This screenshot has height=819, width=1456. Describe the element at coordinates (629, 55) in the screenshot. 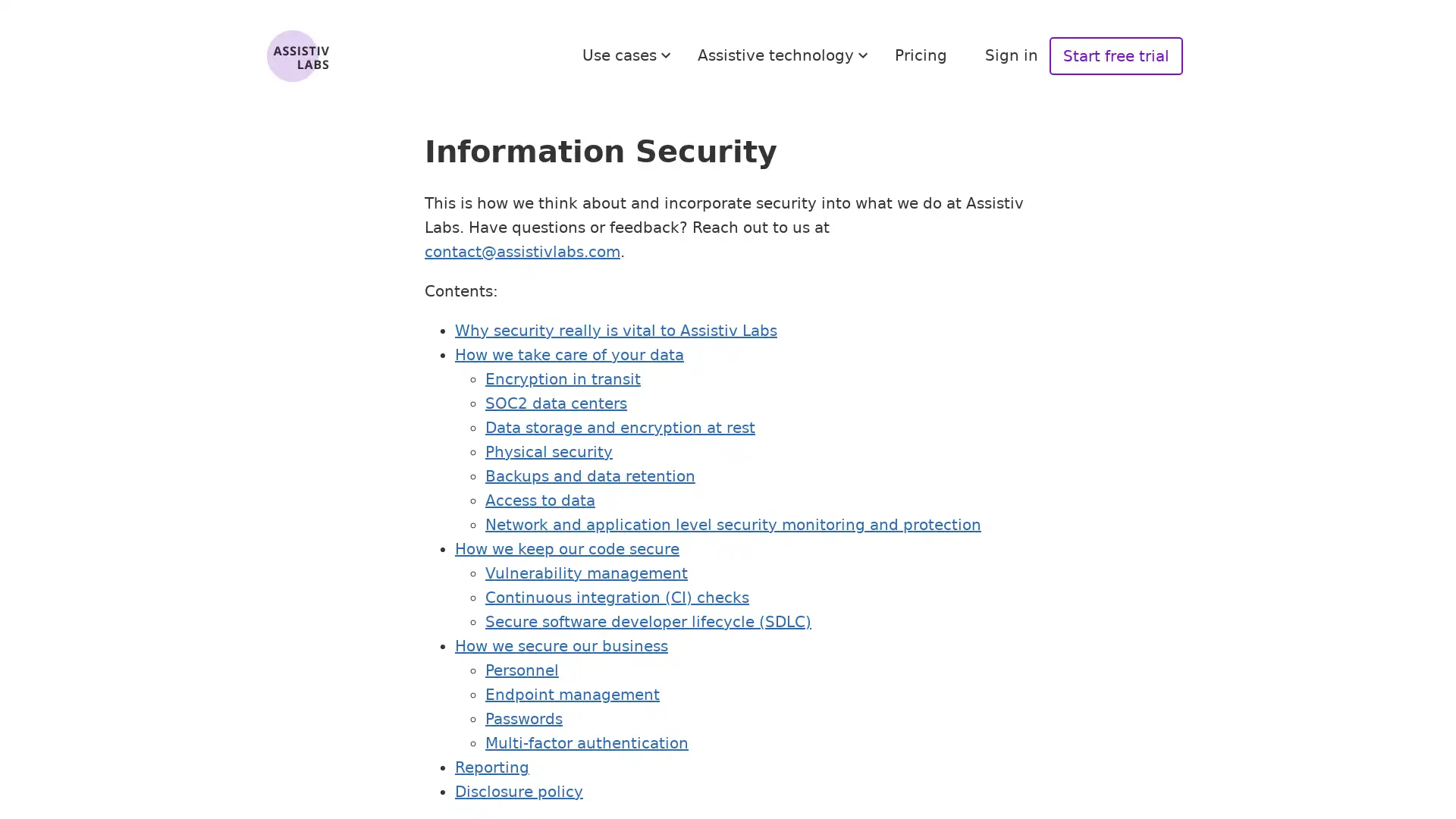

I see `Use cases` at that location.